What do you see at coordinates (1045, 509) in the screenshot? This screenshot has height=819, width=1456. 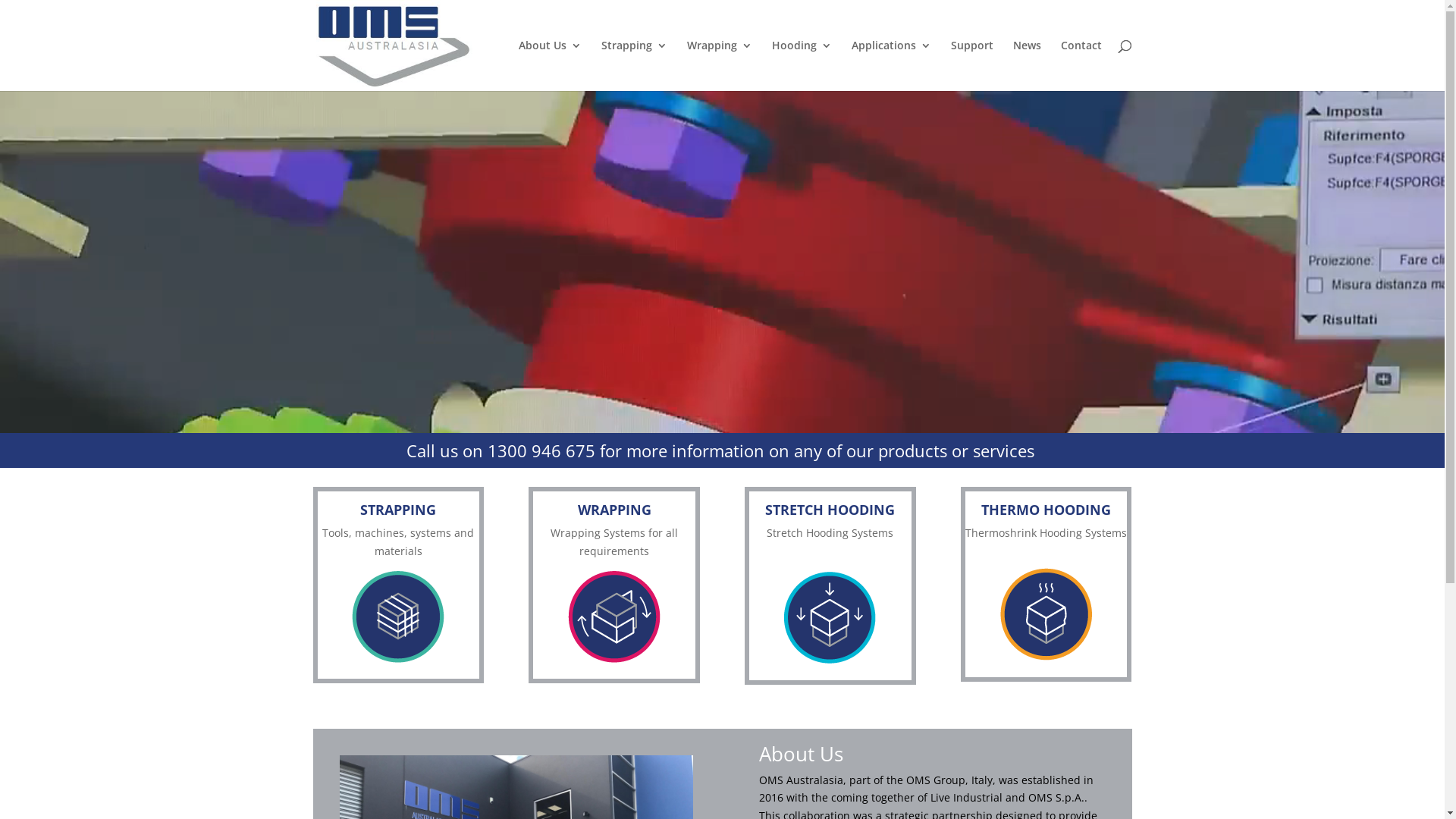 I see `'THERMO HOODING'` at bounding box center [1045, 509].